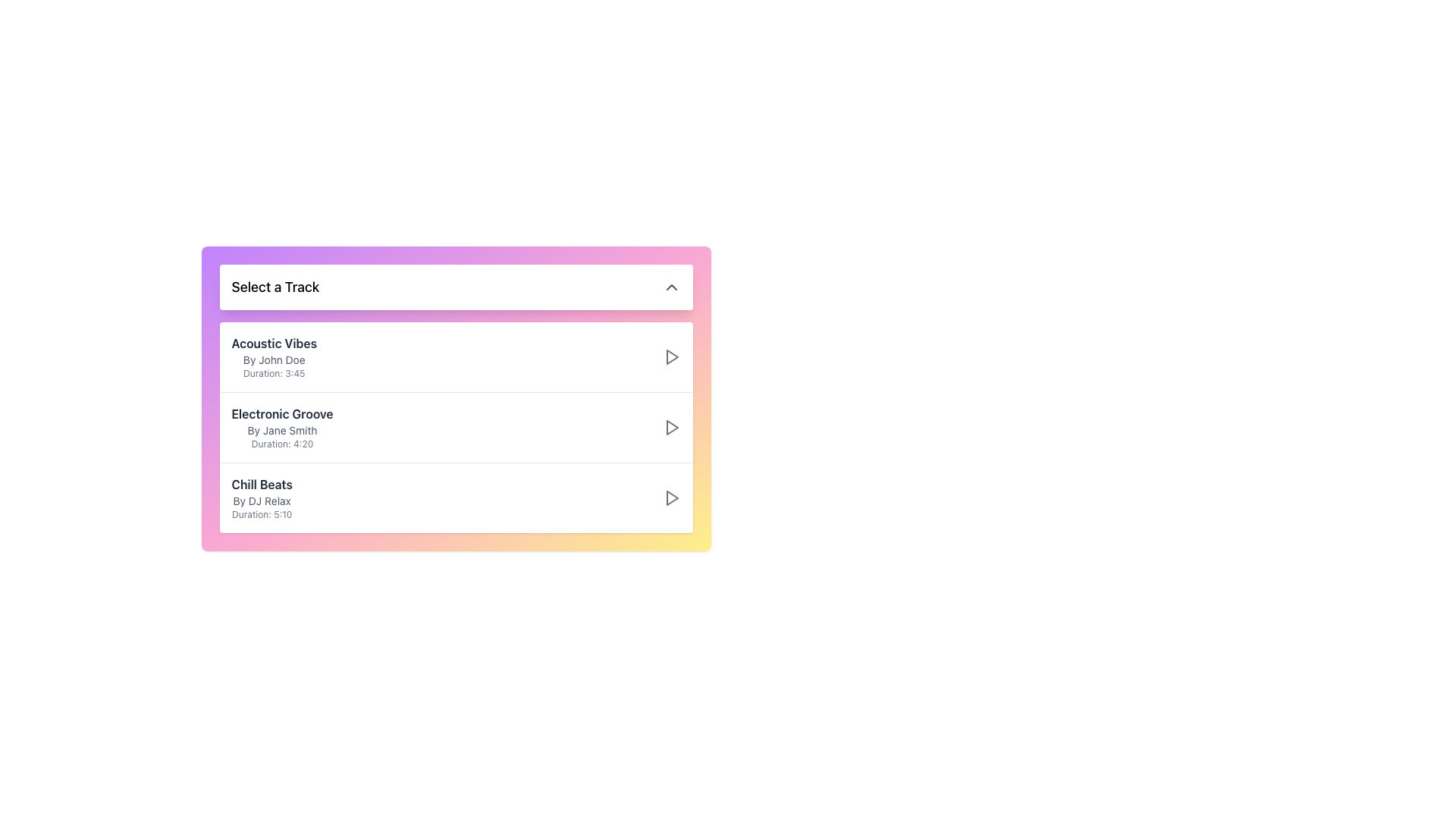 Image resolution: width=1456 pixels, height=819 pixels. What do you see at coordinates (455, 287) in the screenshot?
I see `the Dropdown Trigger/Button labeled 'Select a Track' by tabbing into it` at bounding box center [455, 287].